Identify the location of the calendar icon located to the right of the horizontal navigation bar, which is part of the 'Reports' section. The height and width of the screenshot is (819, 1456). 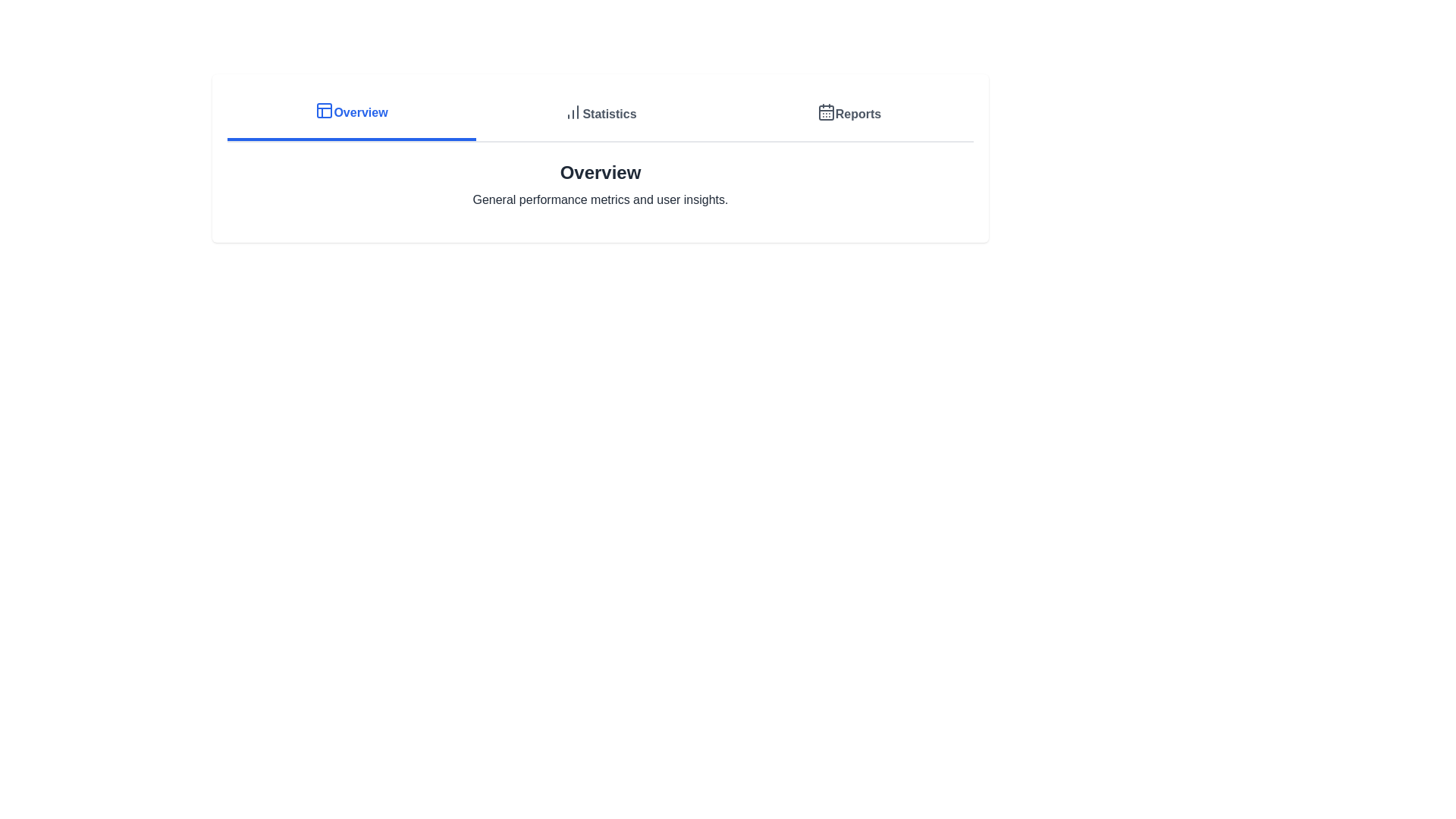
(825, 111).